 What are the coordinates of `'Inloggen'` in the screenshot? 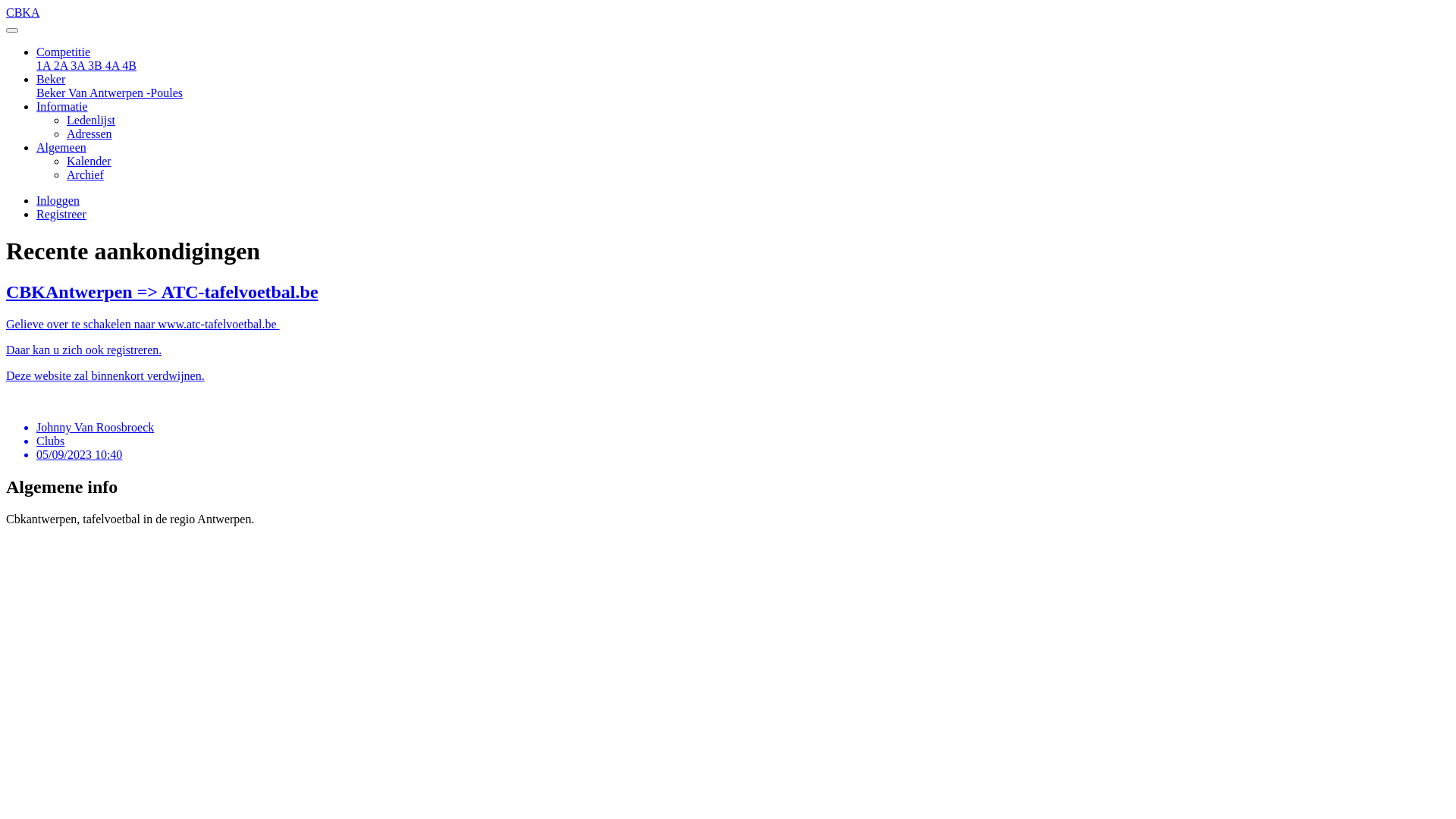 It's located at (58, 199).